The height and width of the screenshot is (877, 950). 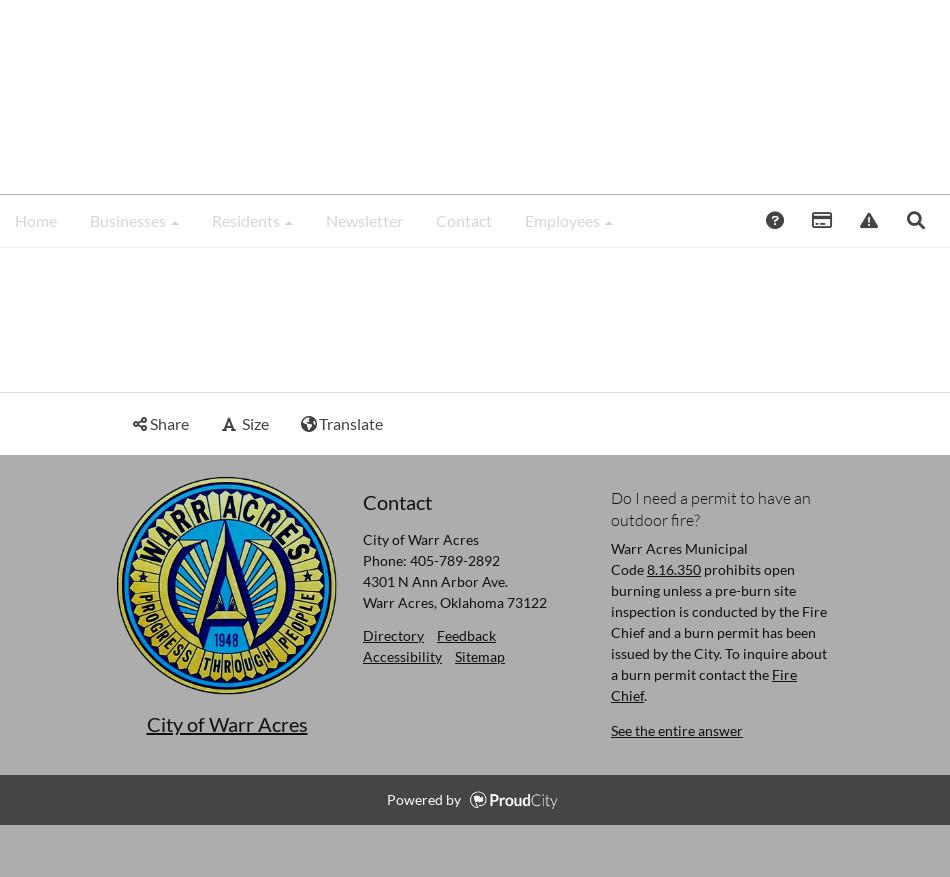 What do you see at coordinates (880, 217) in the screenshot?
I see `'Payments'` at bounding box center [880, 217].